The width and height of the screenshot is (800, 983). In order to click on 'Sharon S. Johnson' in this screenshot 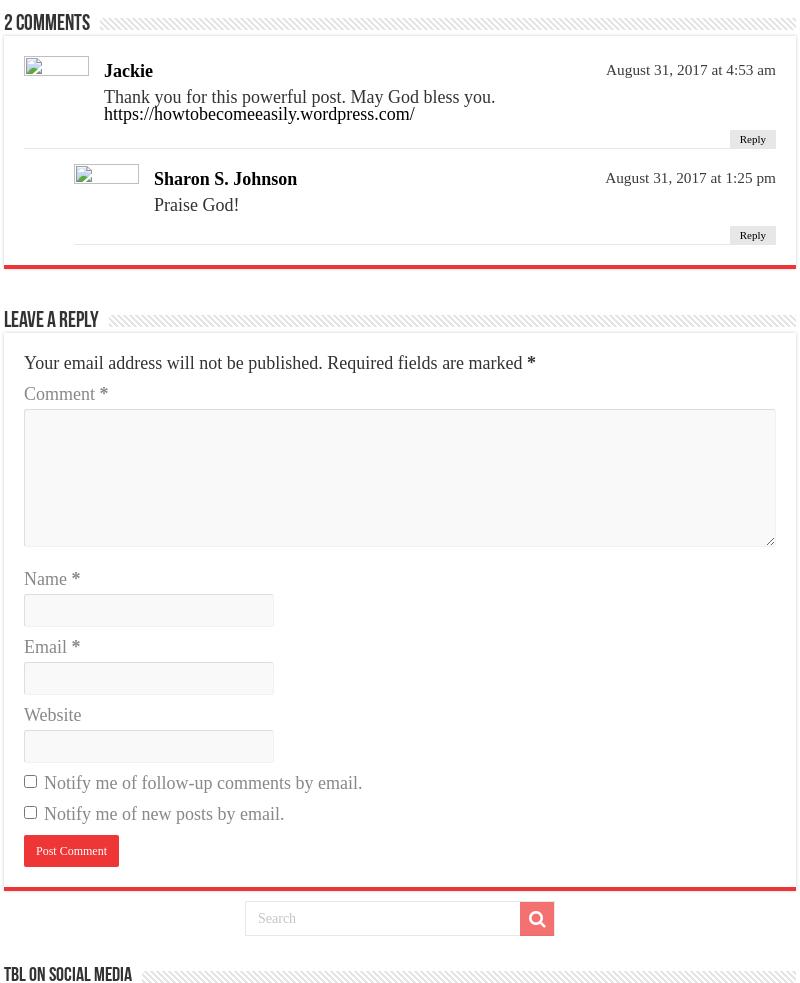, I will do `click(225, 178)`.